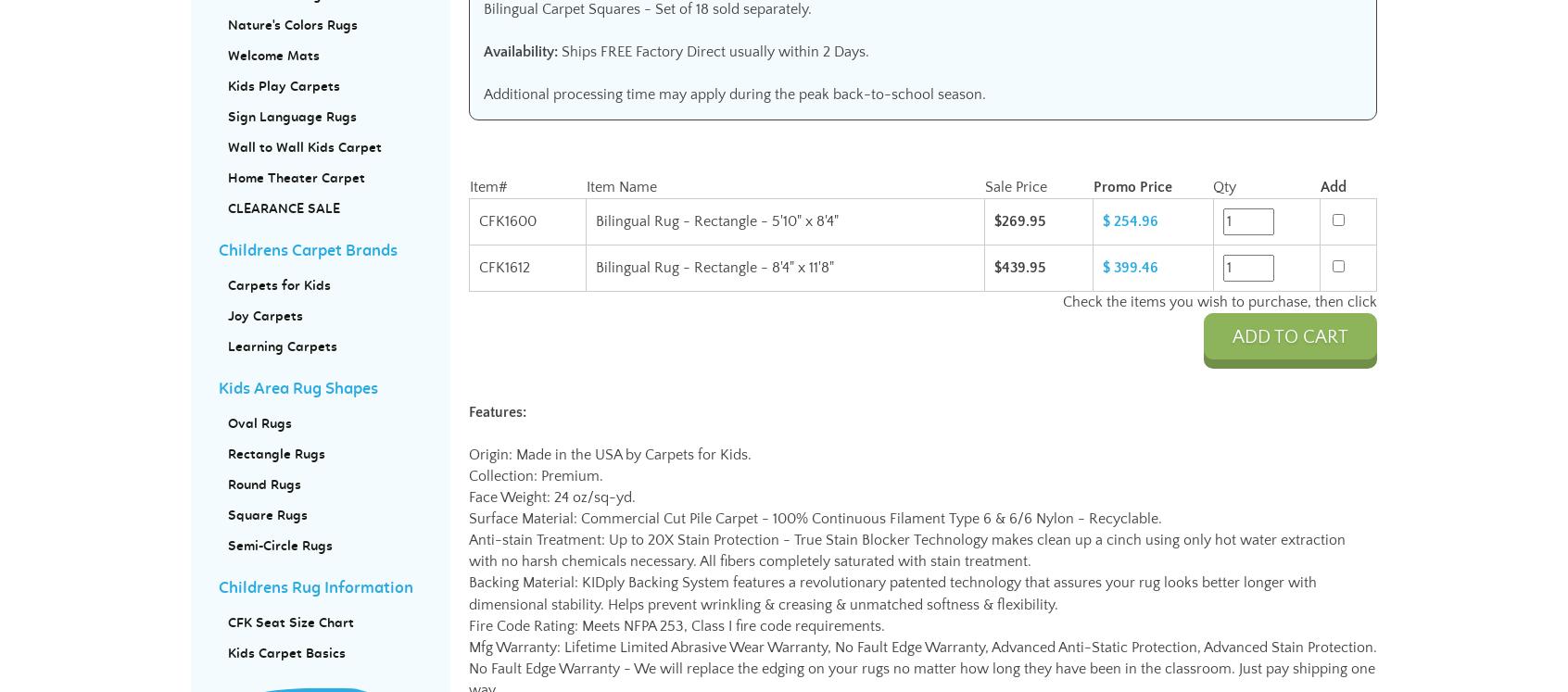 This screenshot has width=1568, height=692. I want to click on 'Bilingual Rug  - Rectangle - 5'10" x 8'4"', so click(715, 220).